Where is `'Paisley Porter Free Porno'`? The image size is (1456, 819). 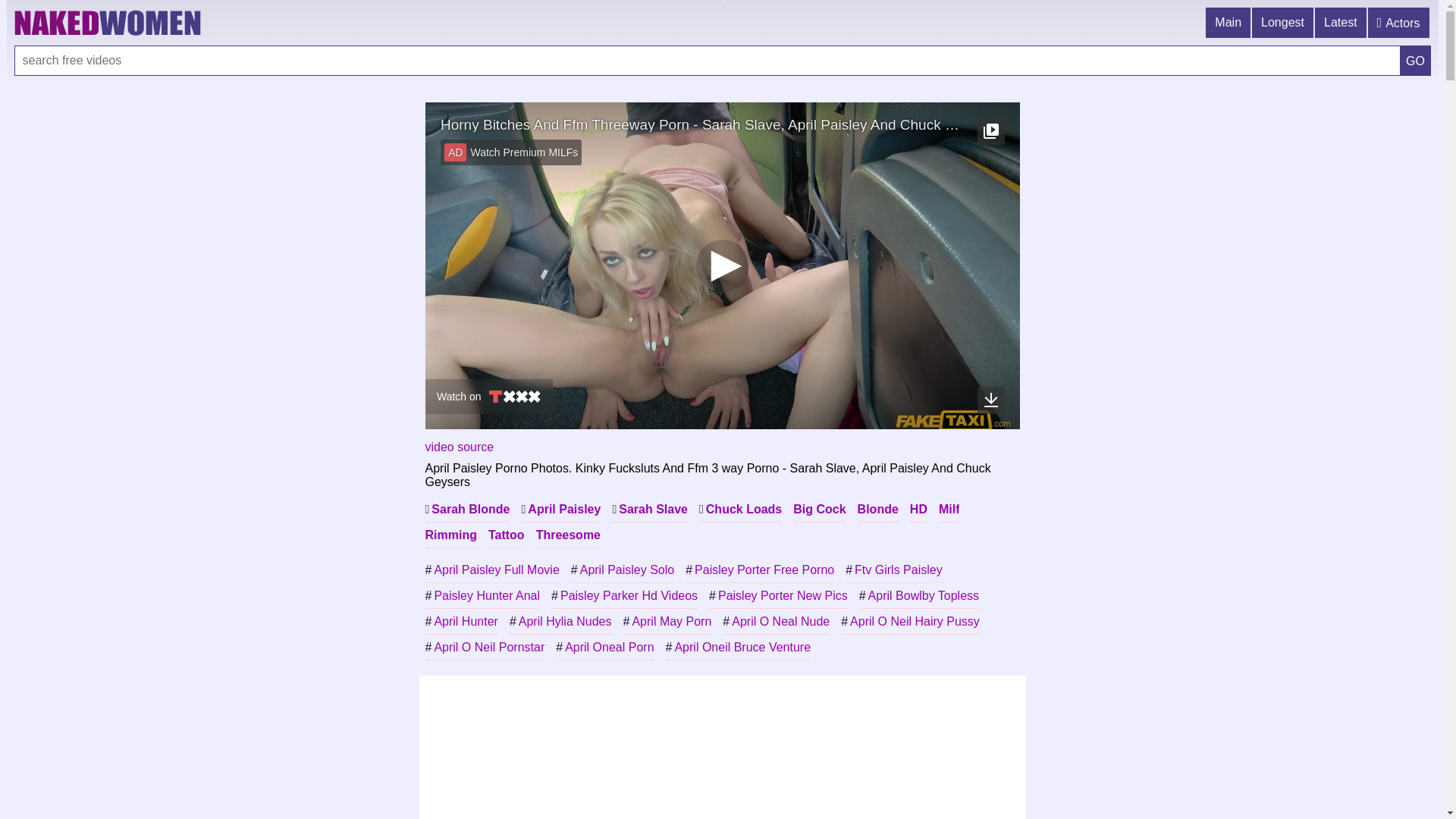
'Paisley Porter Free Porno' is located at coordinates (760, 570).